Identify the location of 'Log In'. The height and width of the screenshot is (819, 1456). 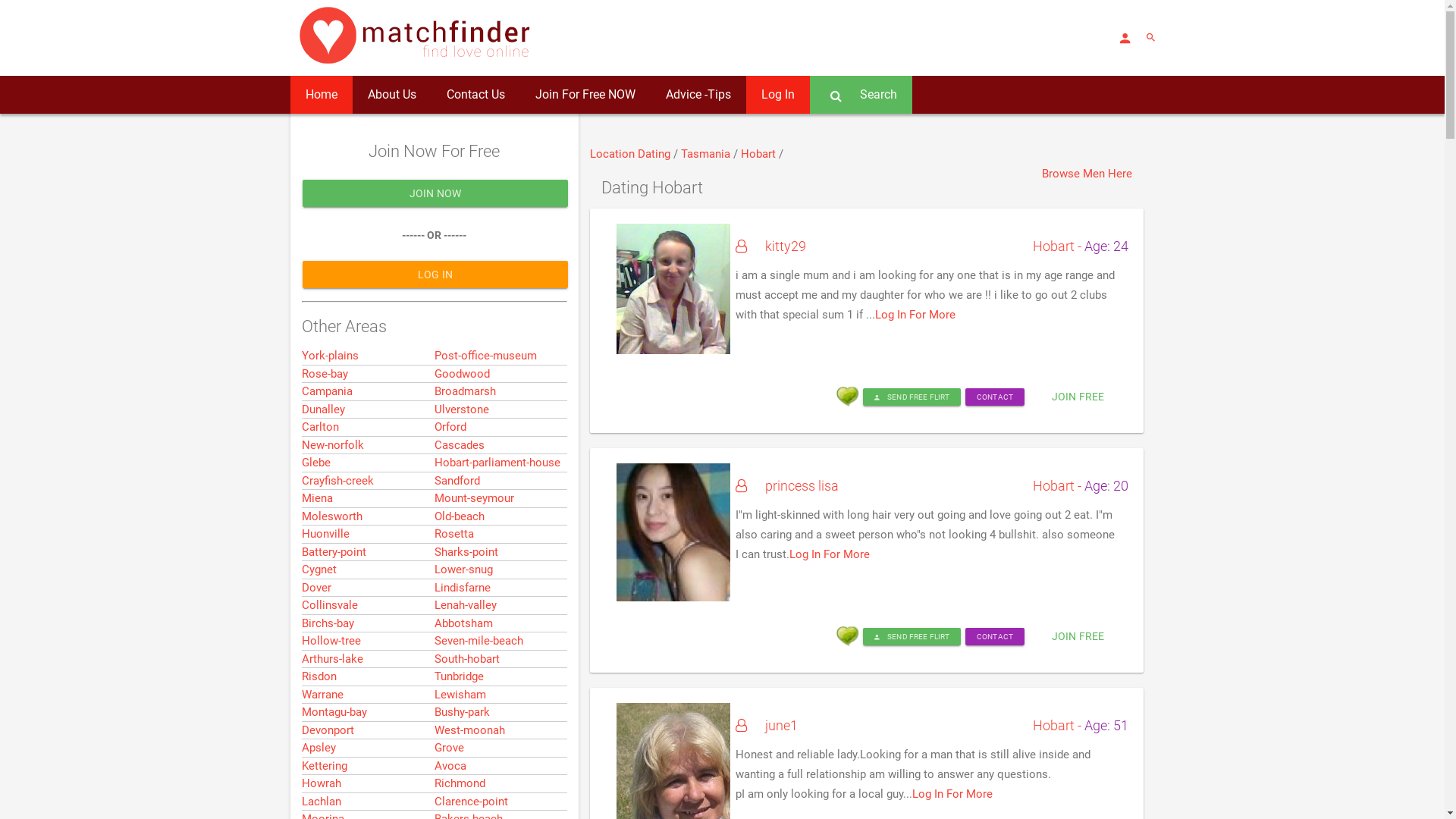
(778, 94).